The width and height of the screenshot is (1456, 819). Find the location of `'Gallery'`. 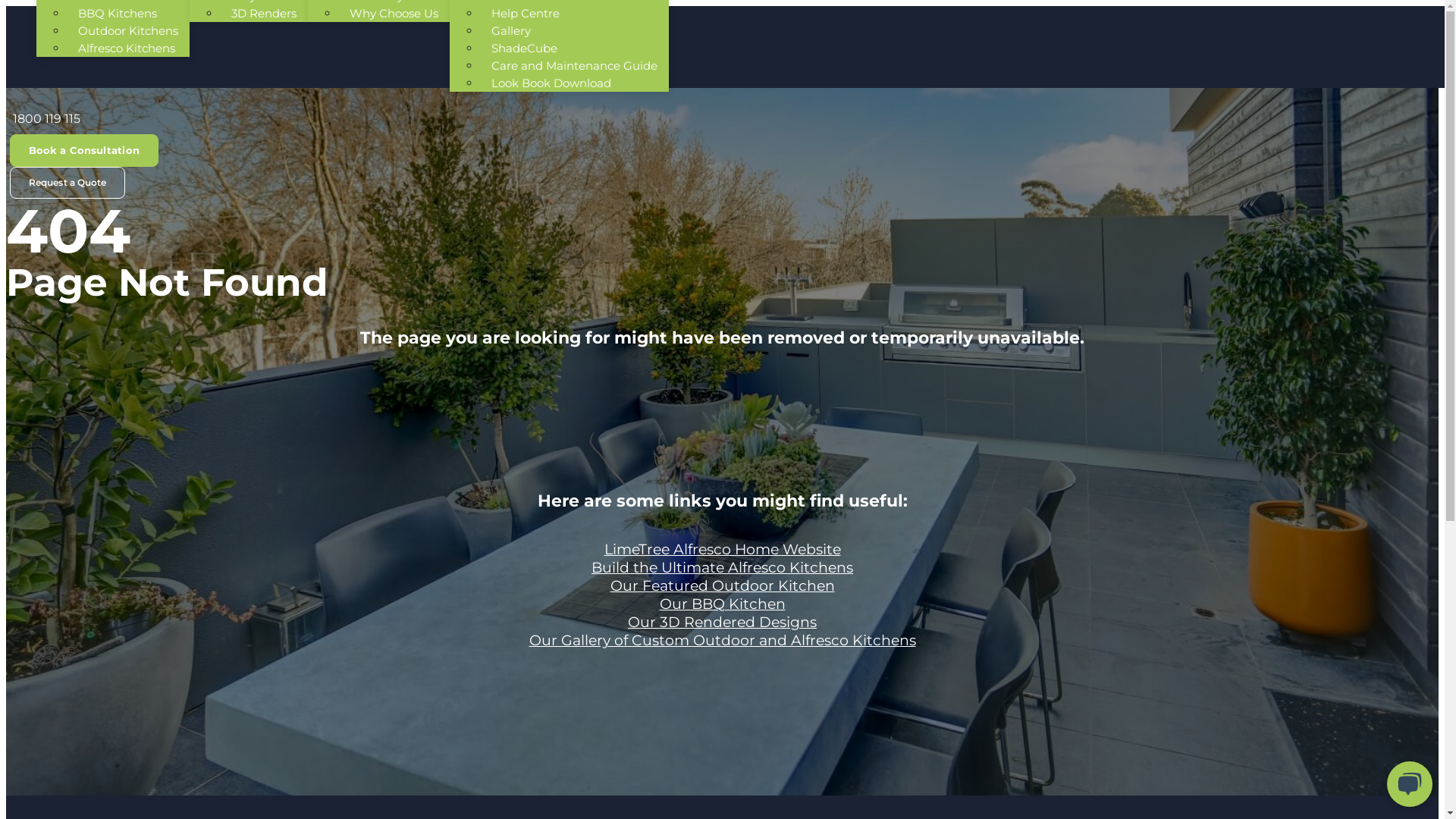

'Gallery' is located at coordinates (510, 30).